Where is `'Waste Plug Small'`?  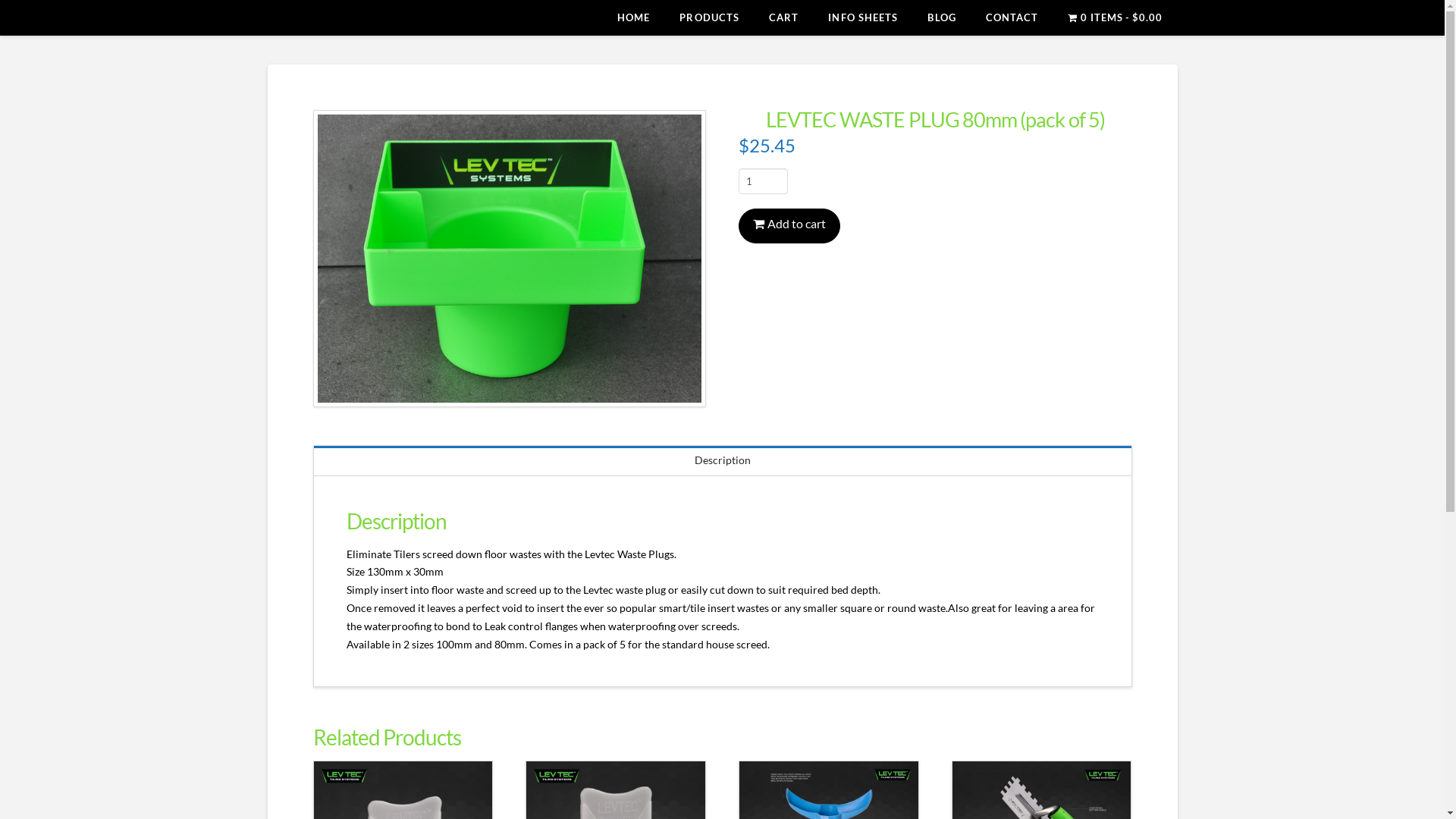 'Waste Plug Small' is located at coordinates (312, 257).